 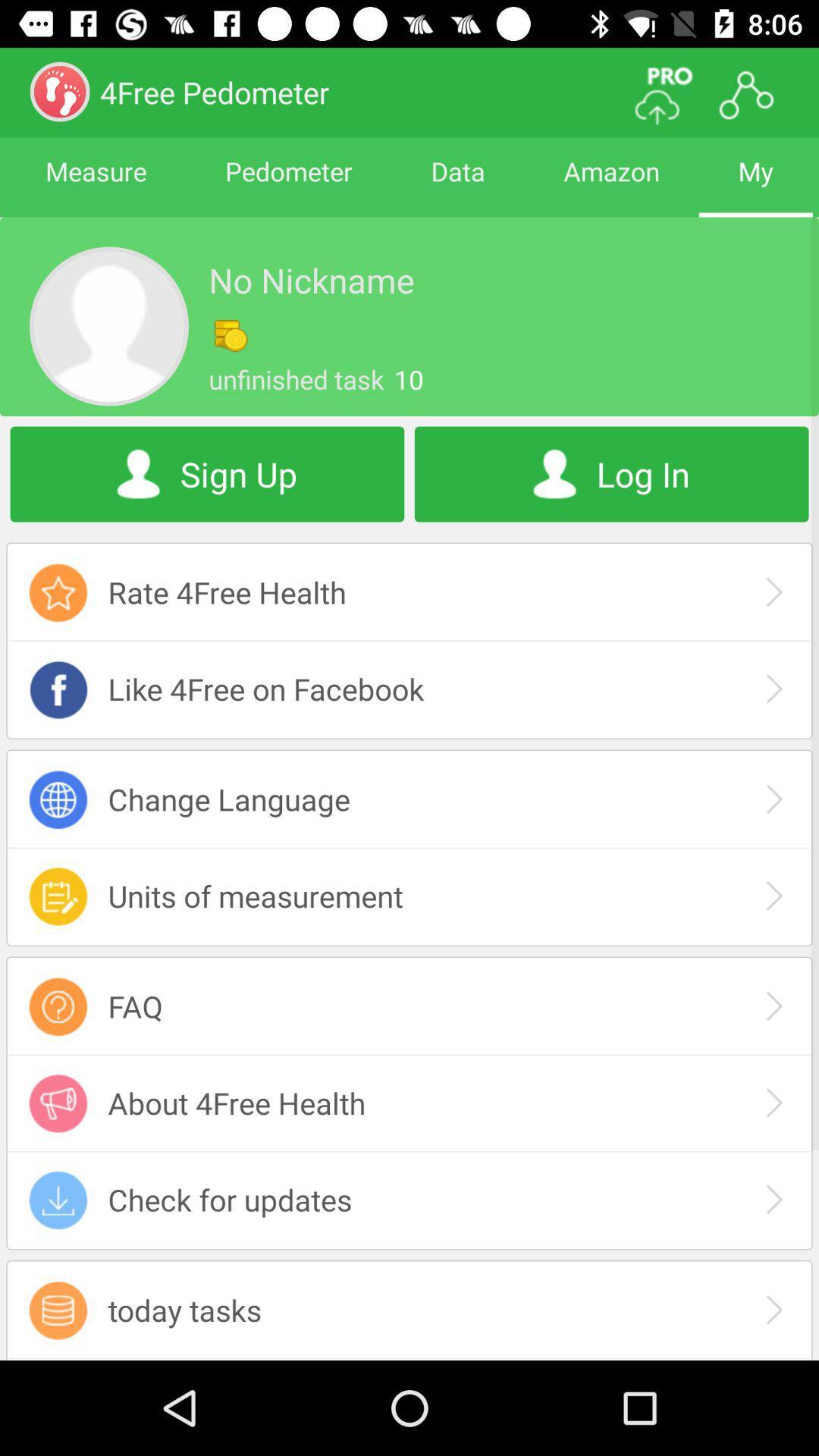 I want to click on icon next to the data item, so click(x=610, y=184).